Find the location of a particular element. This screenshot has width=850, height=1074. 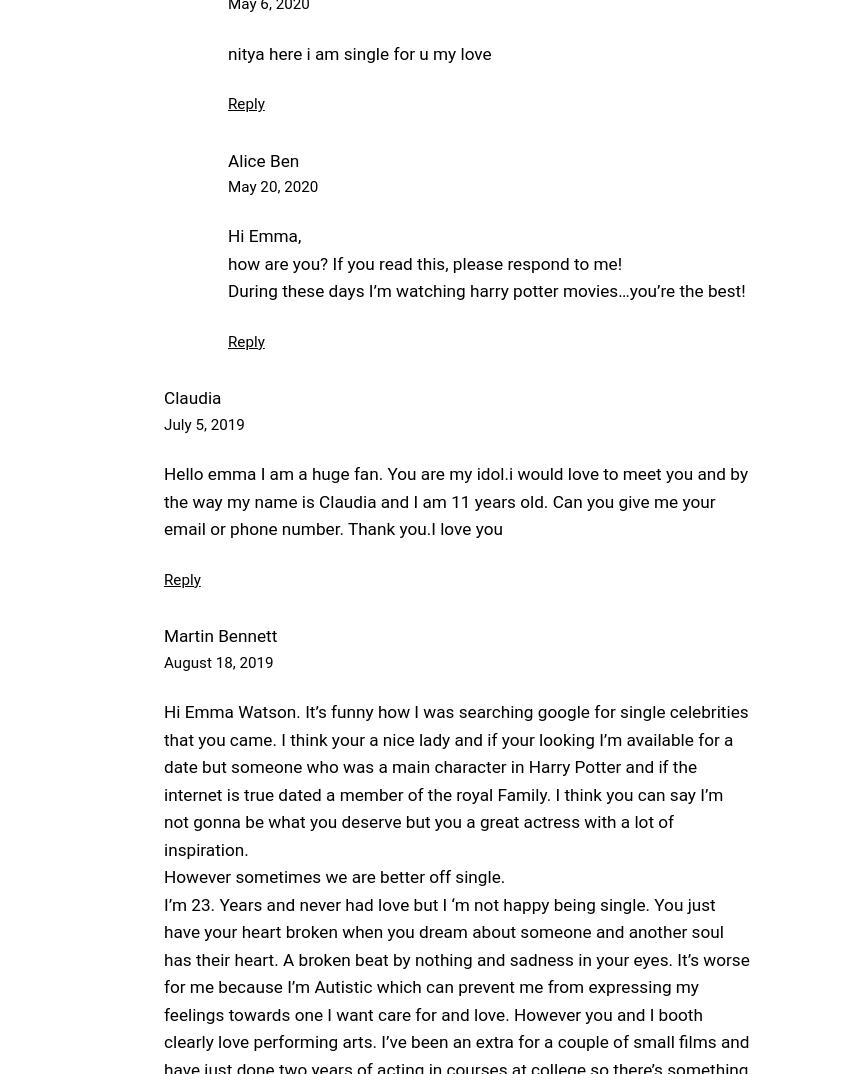

'During these days I’m watching harry potter movies…you’re the best!' is located at coordinates (486, 290).